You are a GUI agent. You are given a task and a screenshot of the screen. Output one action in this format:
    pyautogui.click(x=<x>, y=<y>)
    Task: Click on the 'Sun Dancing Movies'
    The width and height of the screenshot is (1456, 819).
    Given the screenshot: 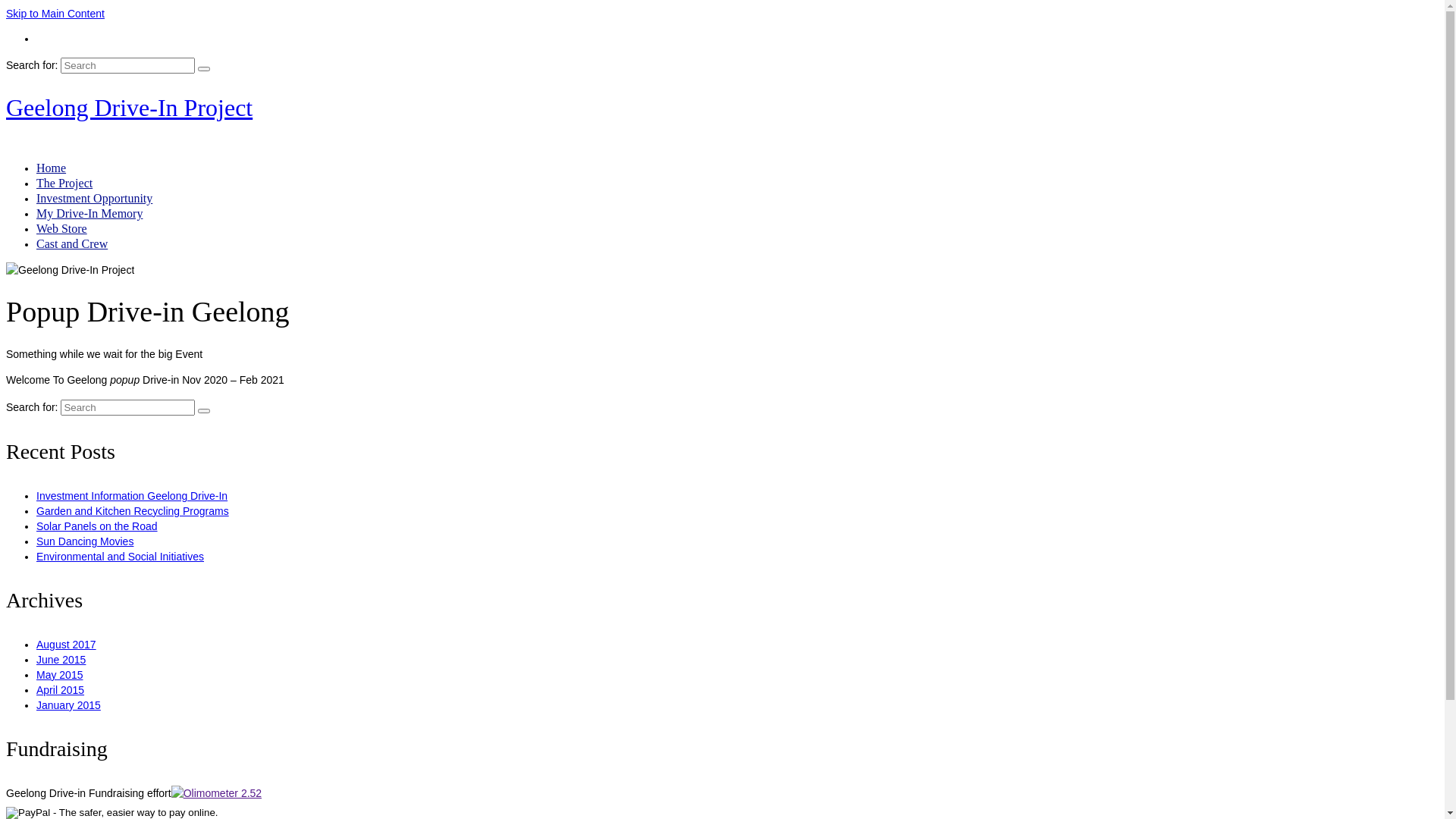 What is the action you would take?
    pyautogui.click(x=83, y=540)
    